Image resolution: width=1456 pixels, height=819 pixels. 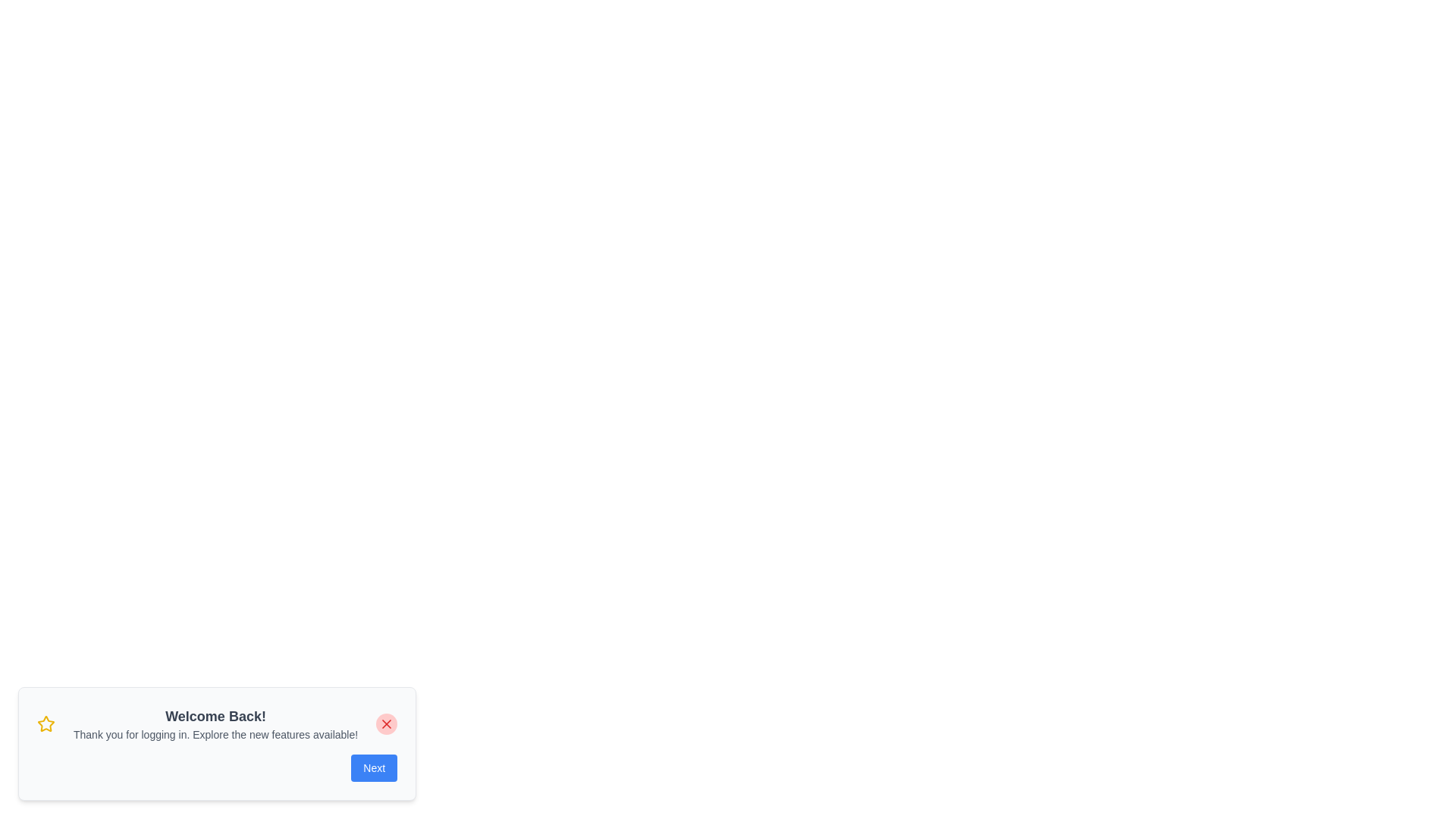 What do you see at coordinates (387, 723) in the screenshot?
I see `the close button to toggle the visibility of the snackbar` at bounding box center [387, 723].